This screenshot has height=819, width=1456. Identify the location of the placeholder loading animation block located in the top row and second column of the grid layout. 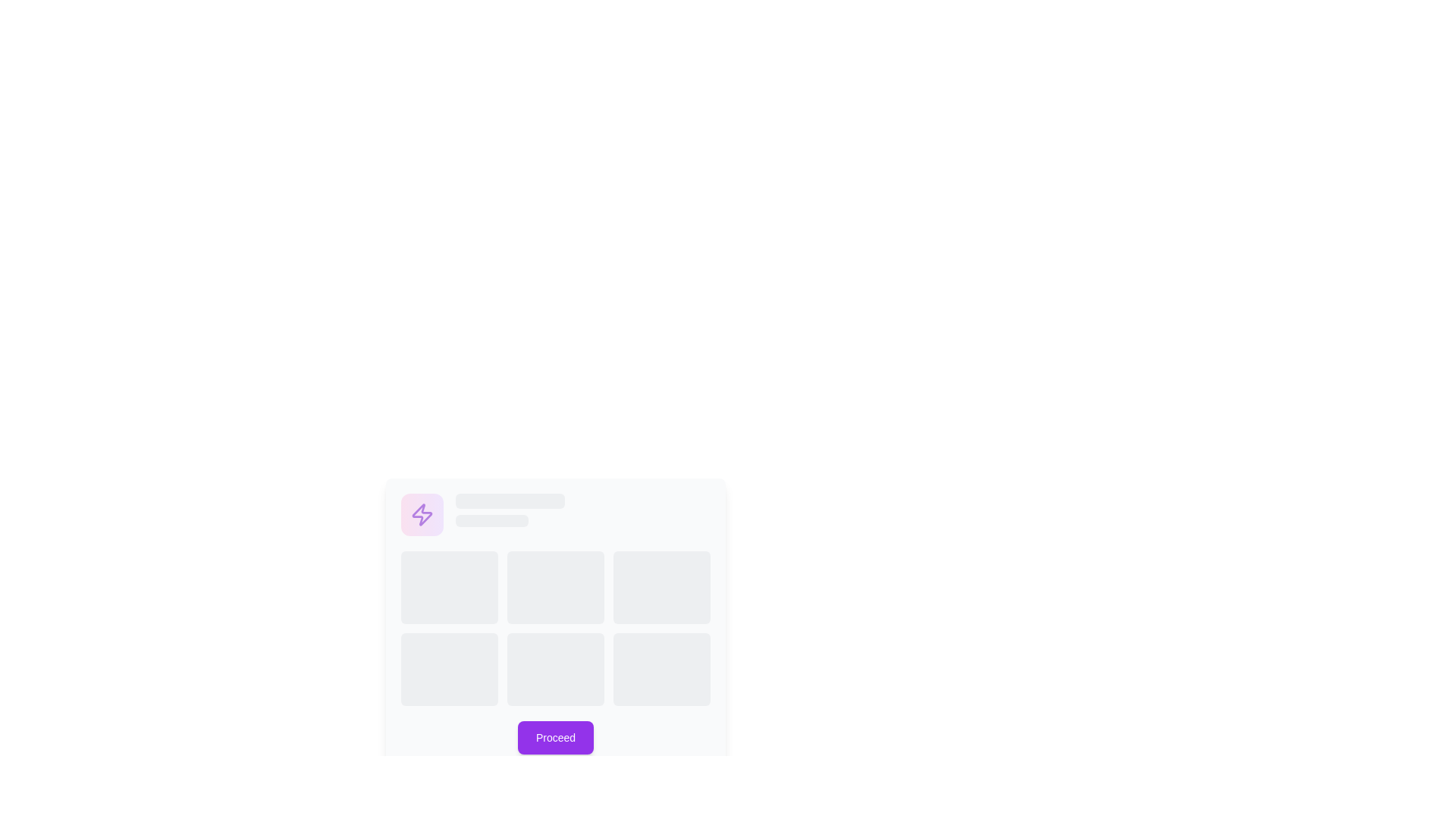
(555, 587).